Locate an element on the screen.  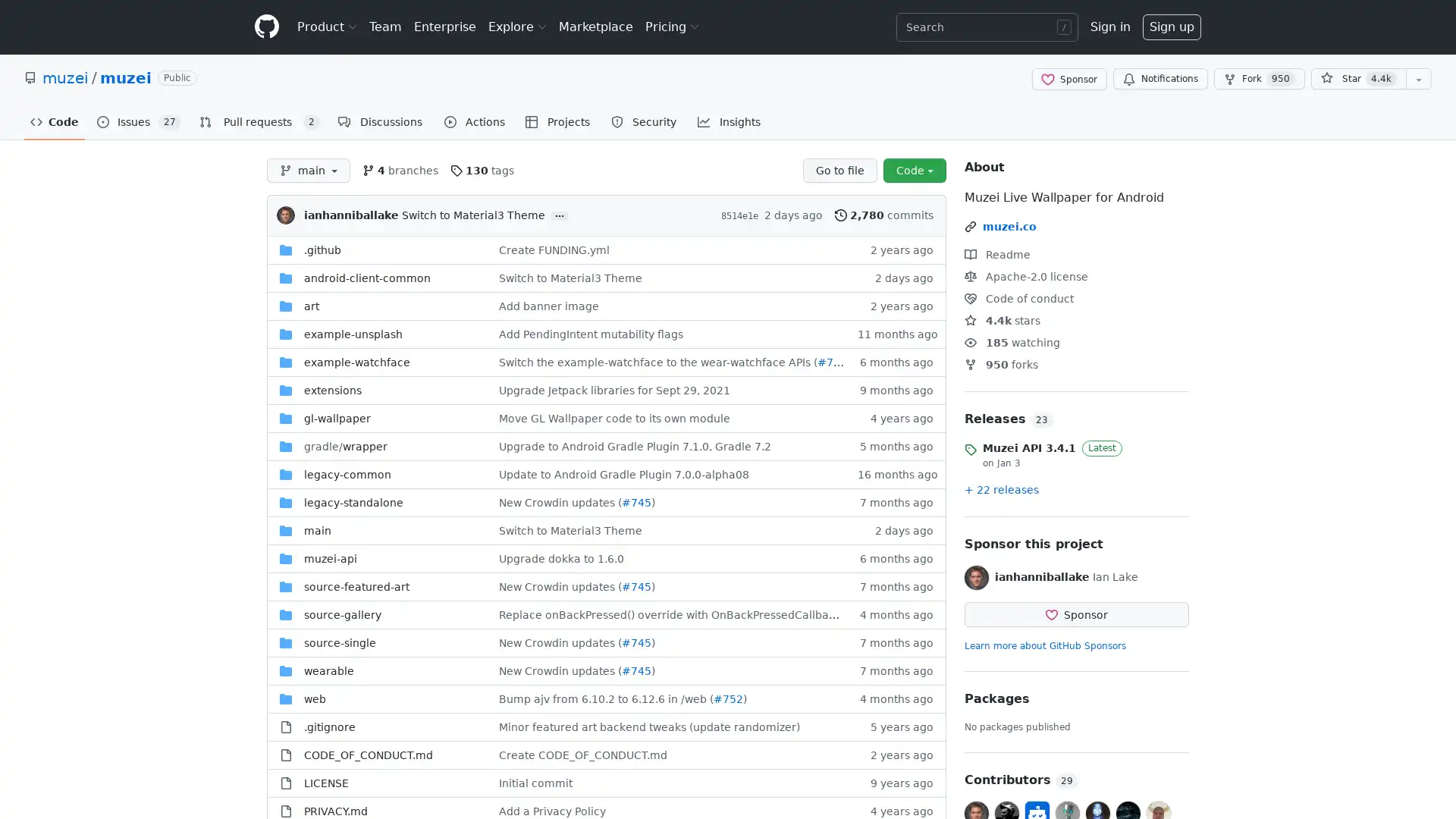
You must be signed in to add this repository to a list is located at coordinates (1418, 79).